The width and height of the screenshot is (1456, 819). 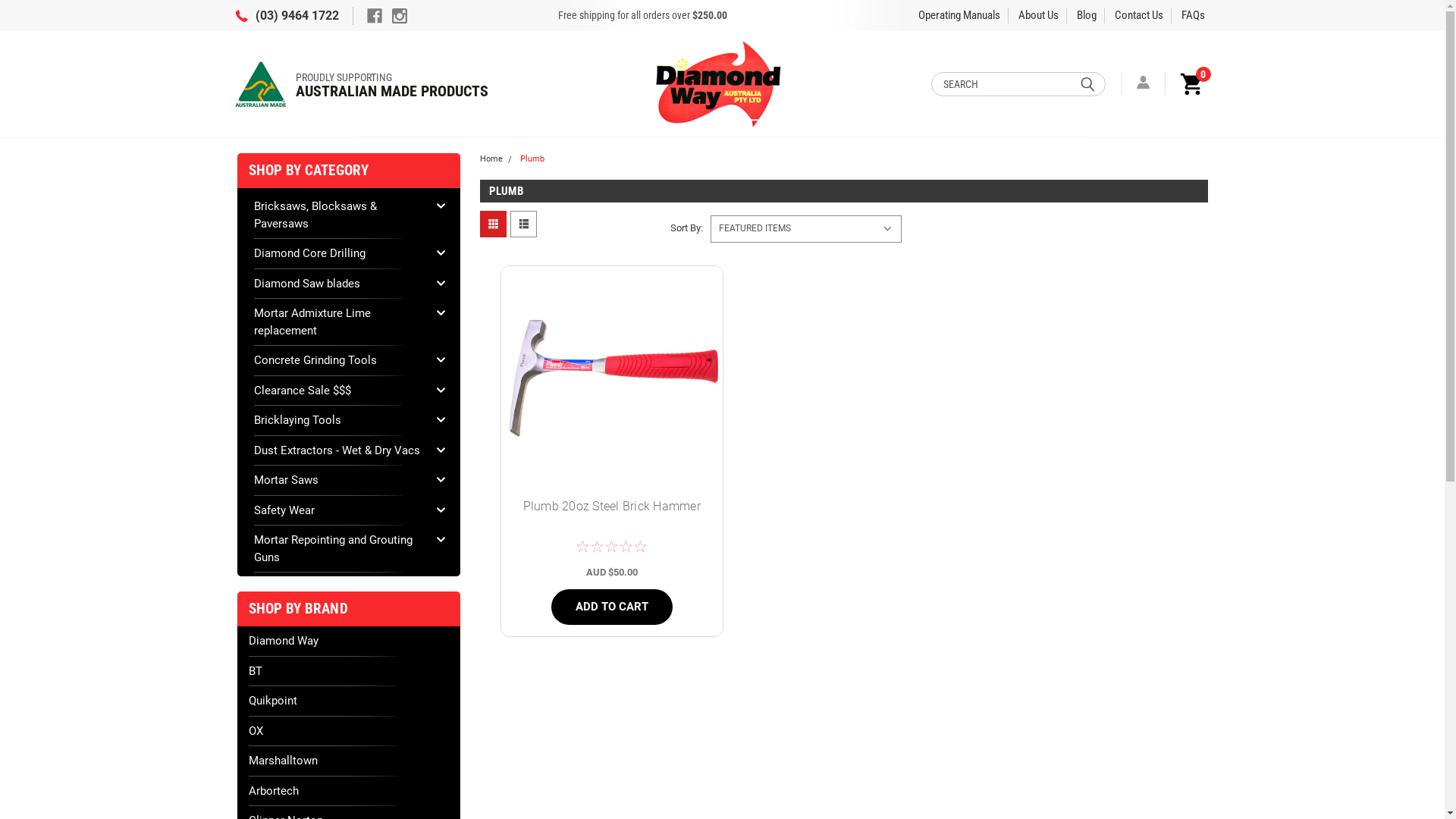 I want to click on 'Dust Extractors - Wet & Dry Vacs', so click(x=338, y=449).